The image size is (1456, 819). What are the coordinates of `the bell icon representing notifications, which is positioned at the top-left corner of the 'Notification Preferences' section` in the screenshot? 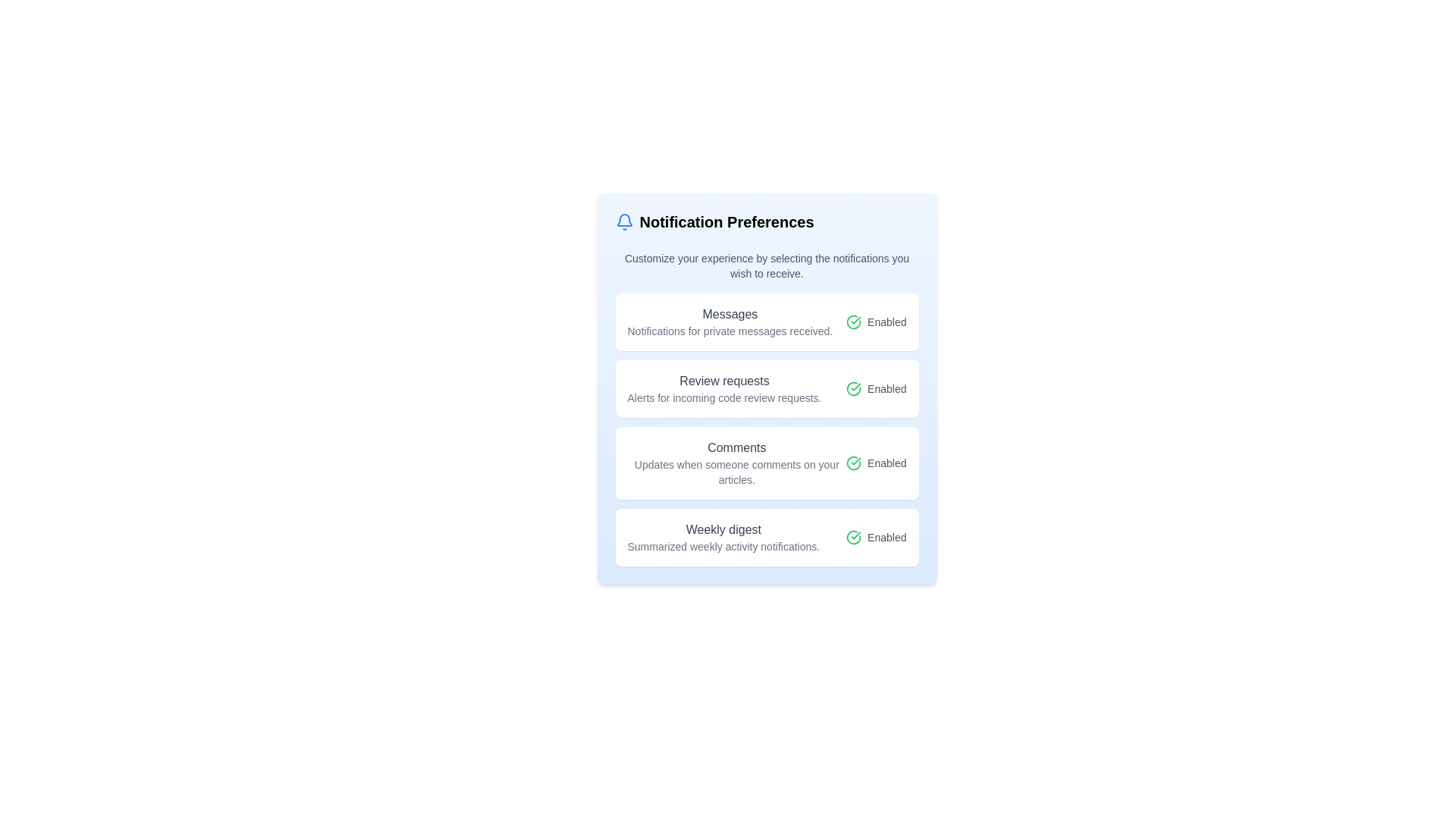 It's located at (624, 222).